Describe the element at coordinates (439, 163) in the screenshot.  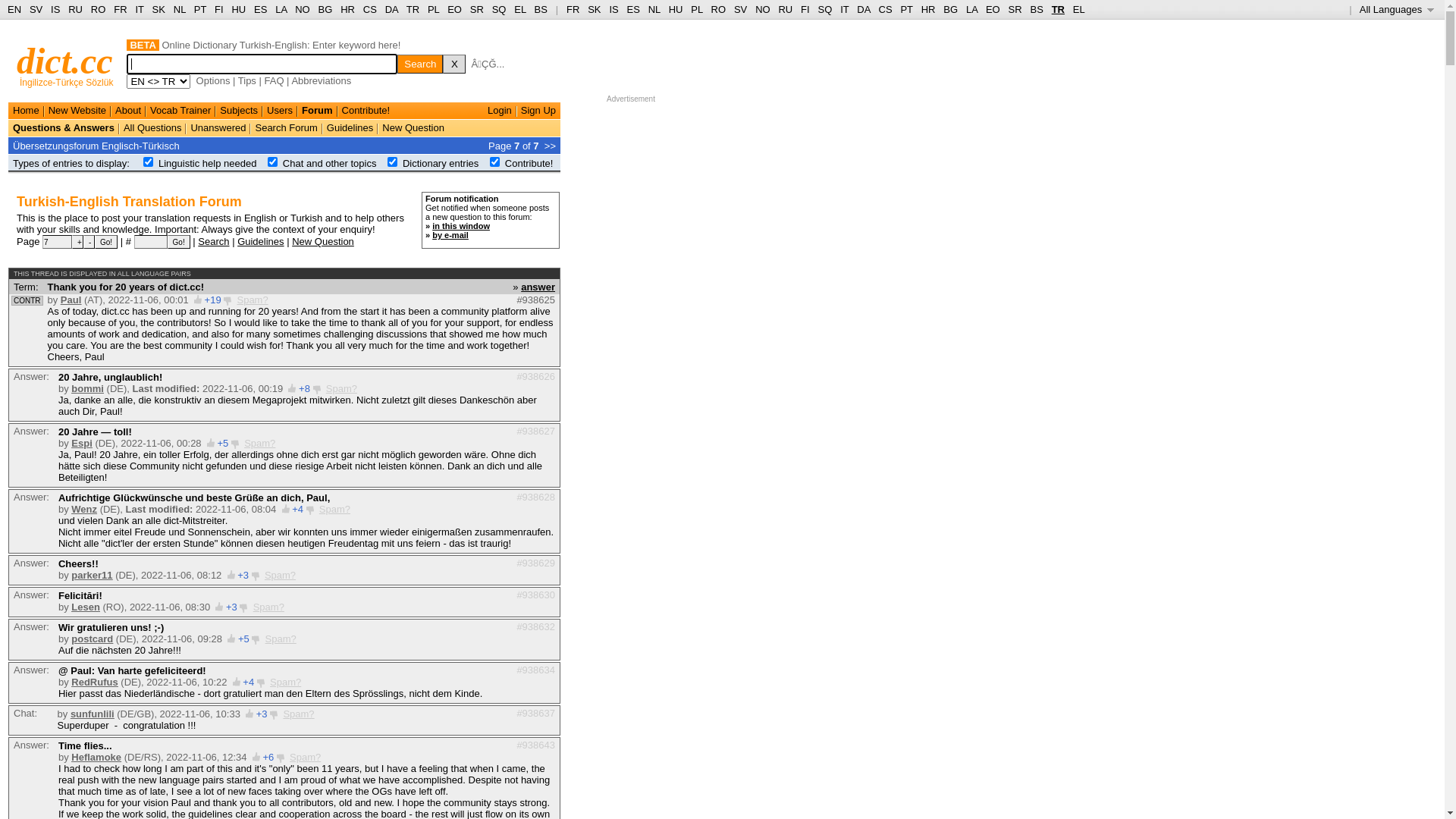
I see `'Dictionary entries'` at that location.